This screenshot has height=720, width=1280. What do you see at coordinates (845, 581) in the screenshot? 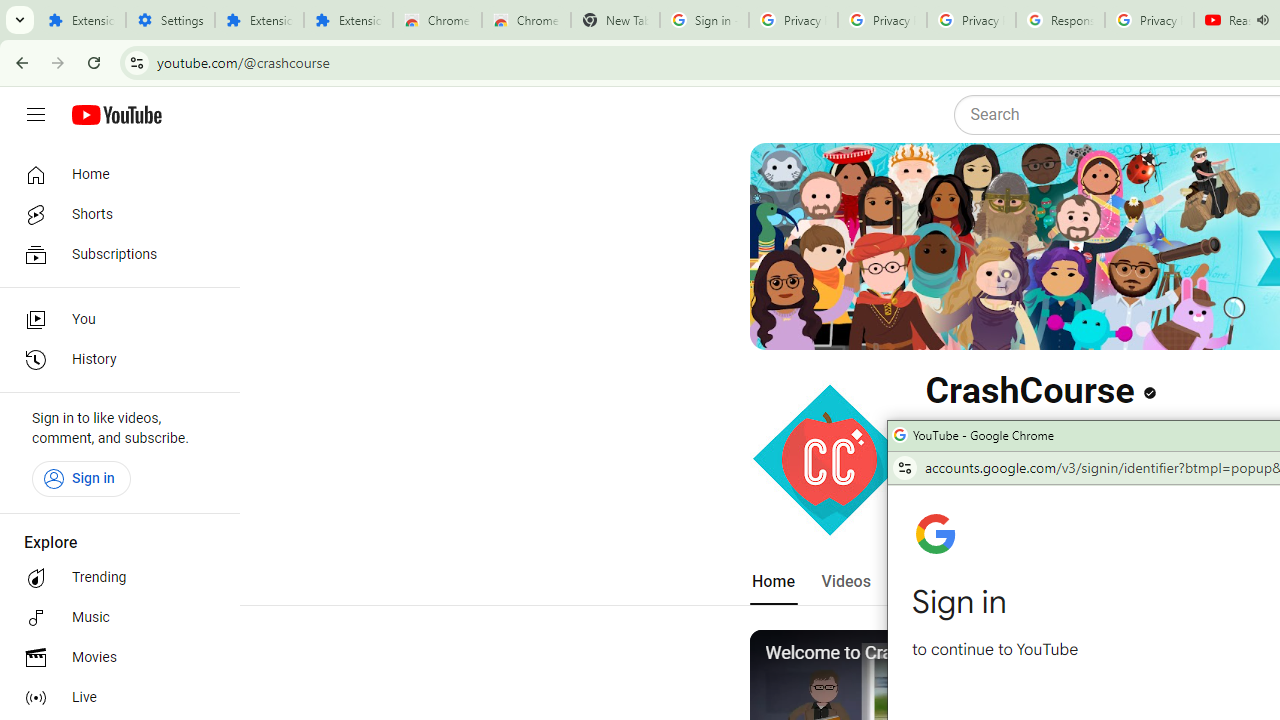
I see `'Videos'` at bounding box center [845, 581].